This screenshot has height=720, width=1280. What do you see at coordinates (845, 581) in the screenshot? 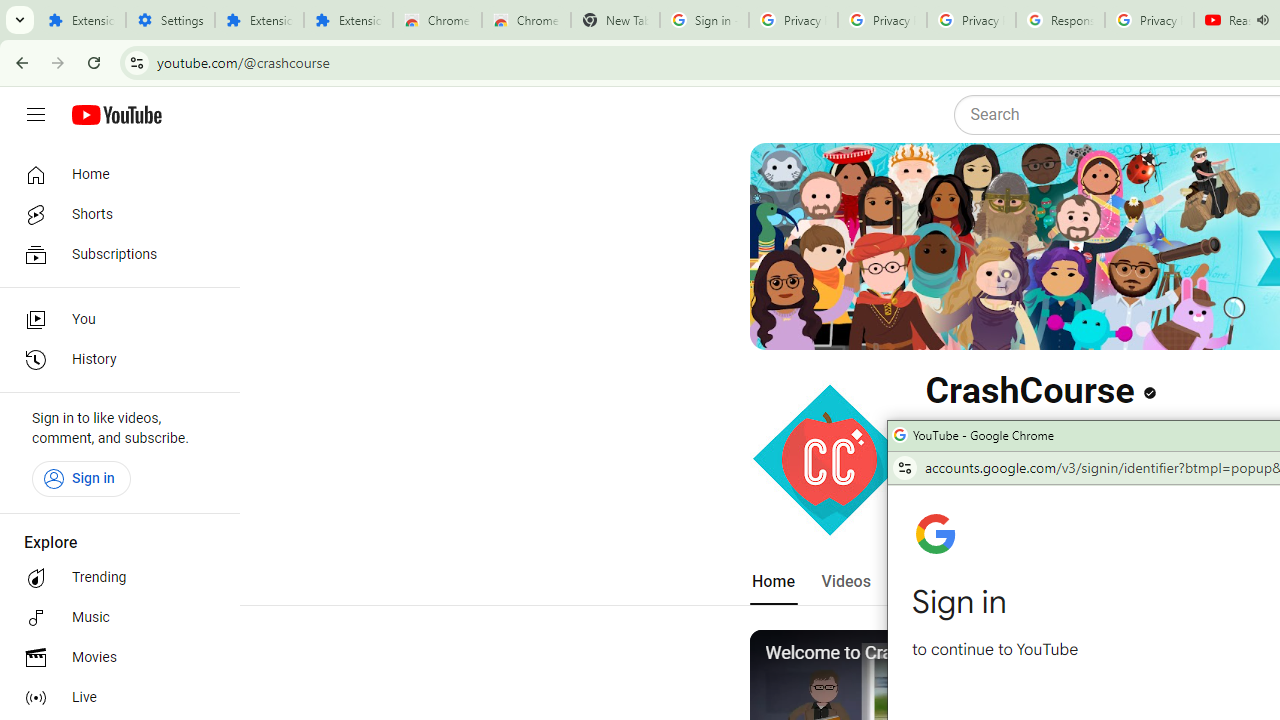
I see `'Videos'` at bounding box center [845, 581].